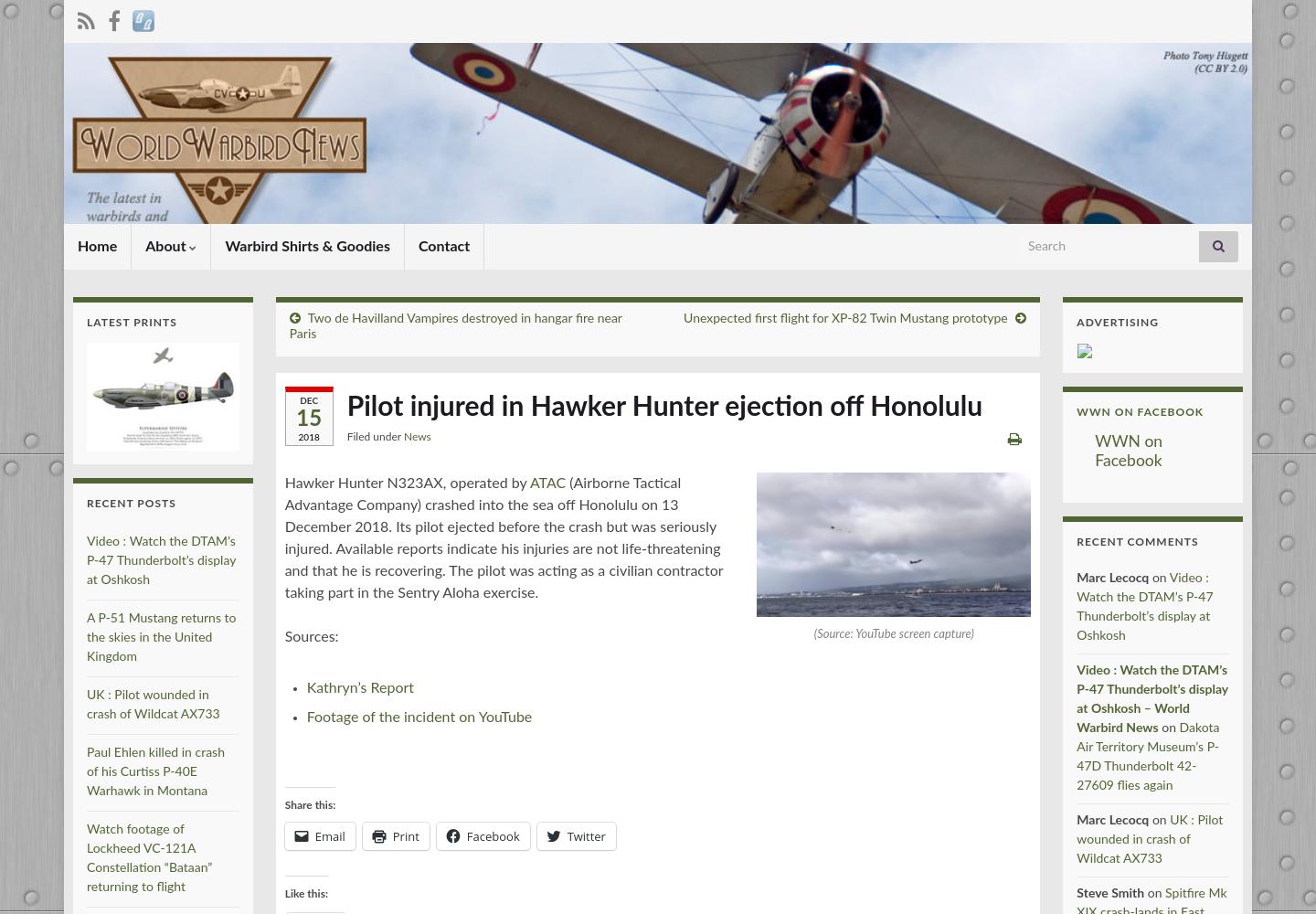  I want to click on 'Dec', so click(308, 400).